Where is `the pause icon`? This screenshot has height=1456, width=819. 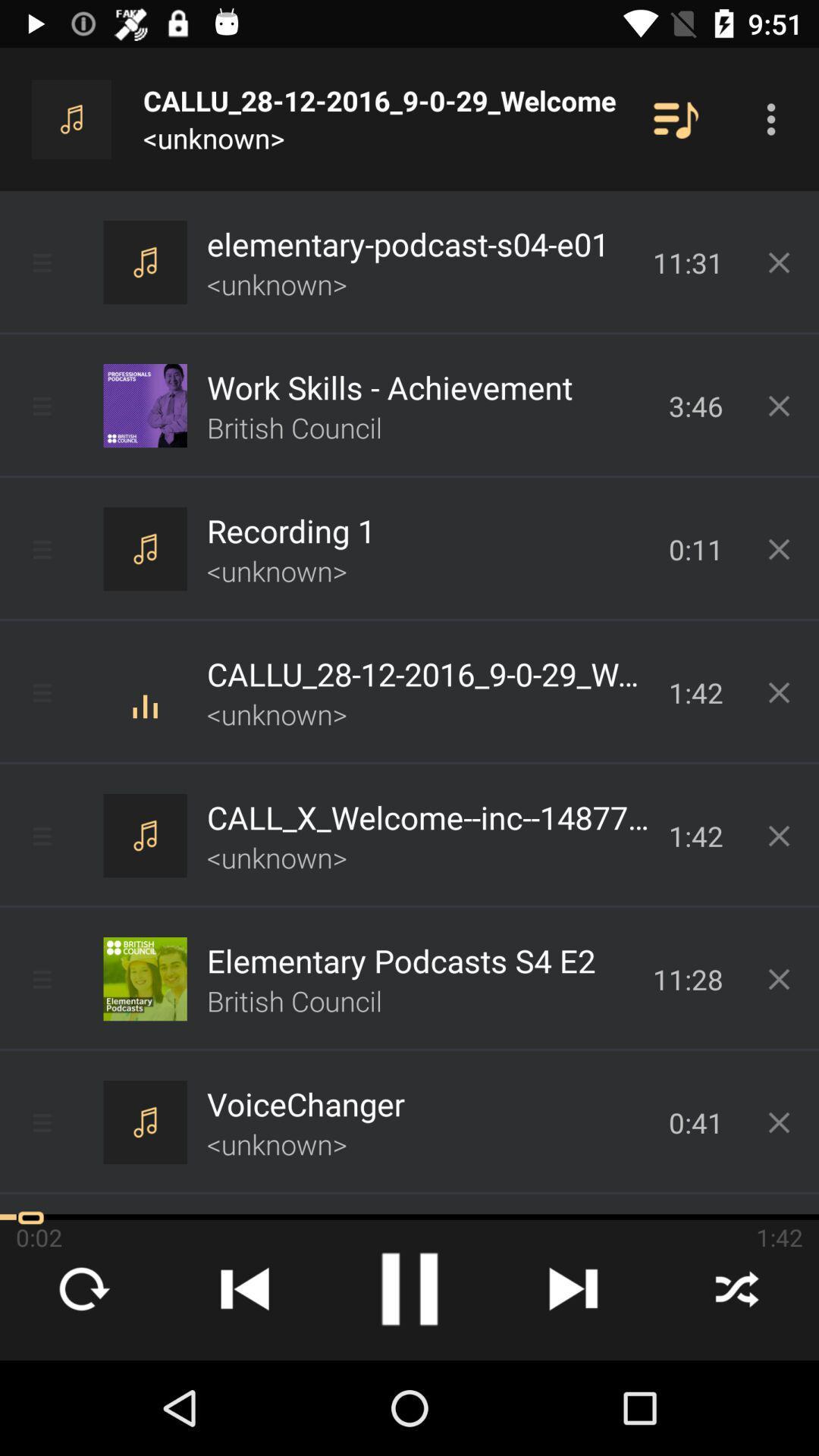 the pause icon is located at coordinates (409, 1288).